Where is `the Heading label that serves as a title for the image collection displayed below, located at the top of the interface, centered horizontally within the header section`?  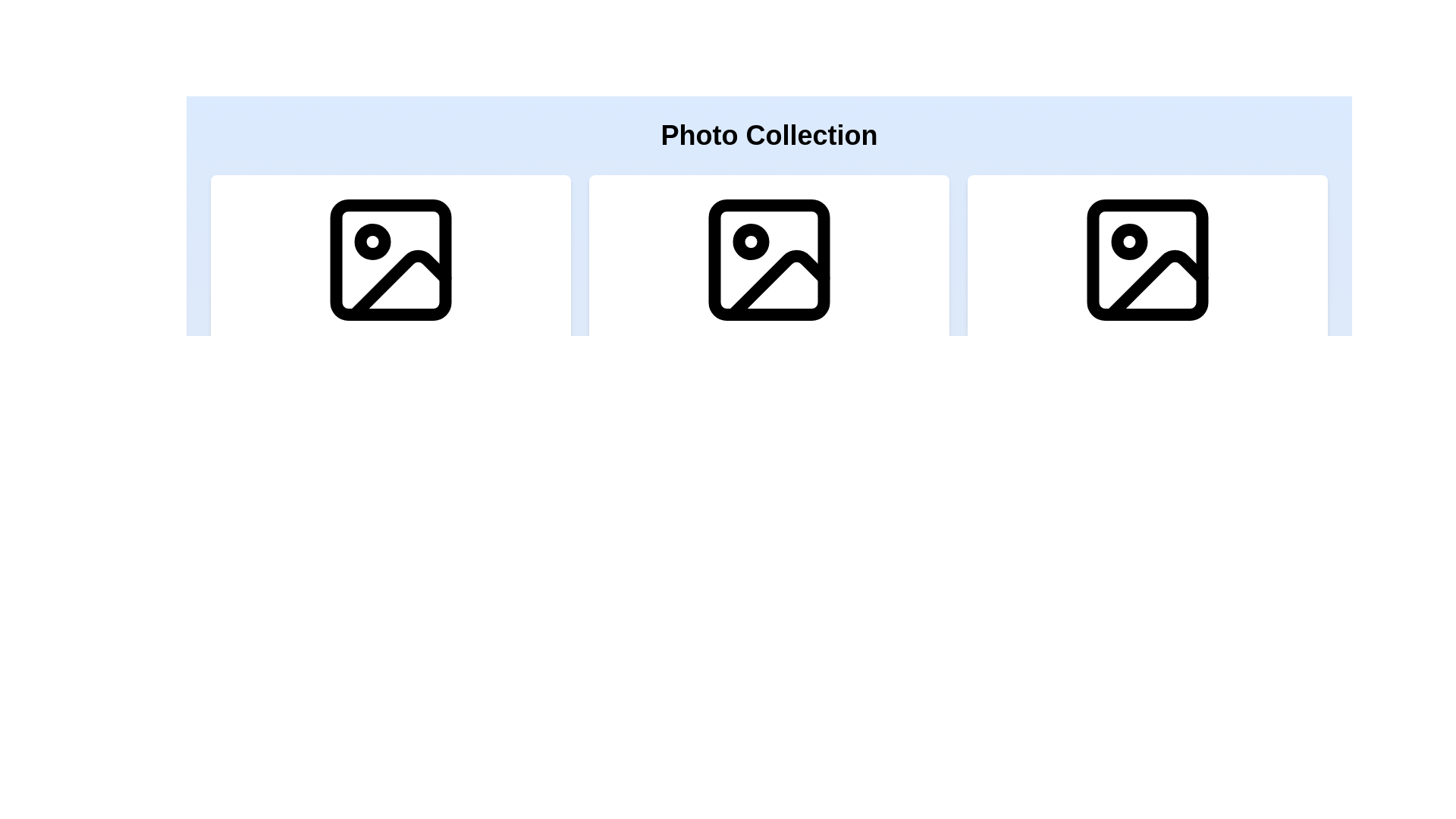
the Heading label that serves as a title for the image collection displayed below, located at the top of the interface, centered horizontally within the header section is located at coordinates (769, 134).